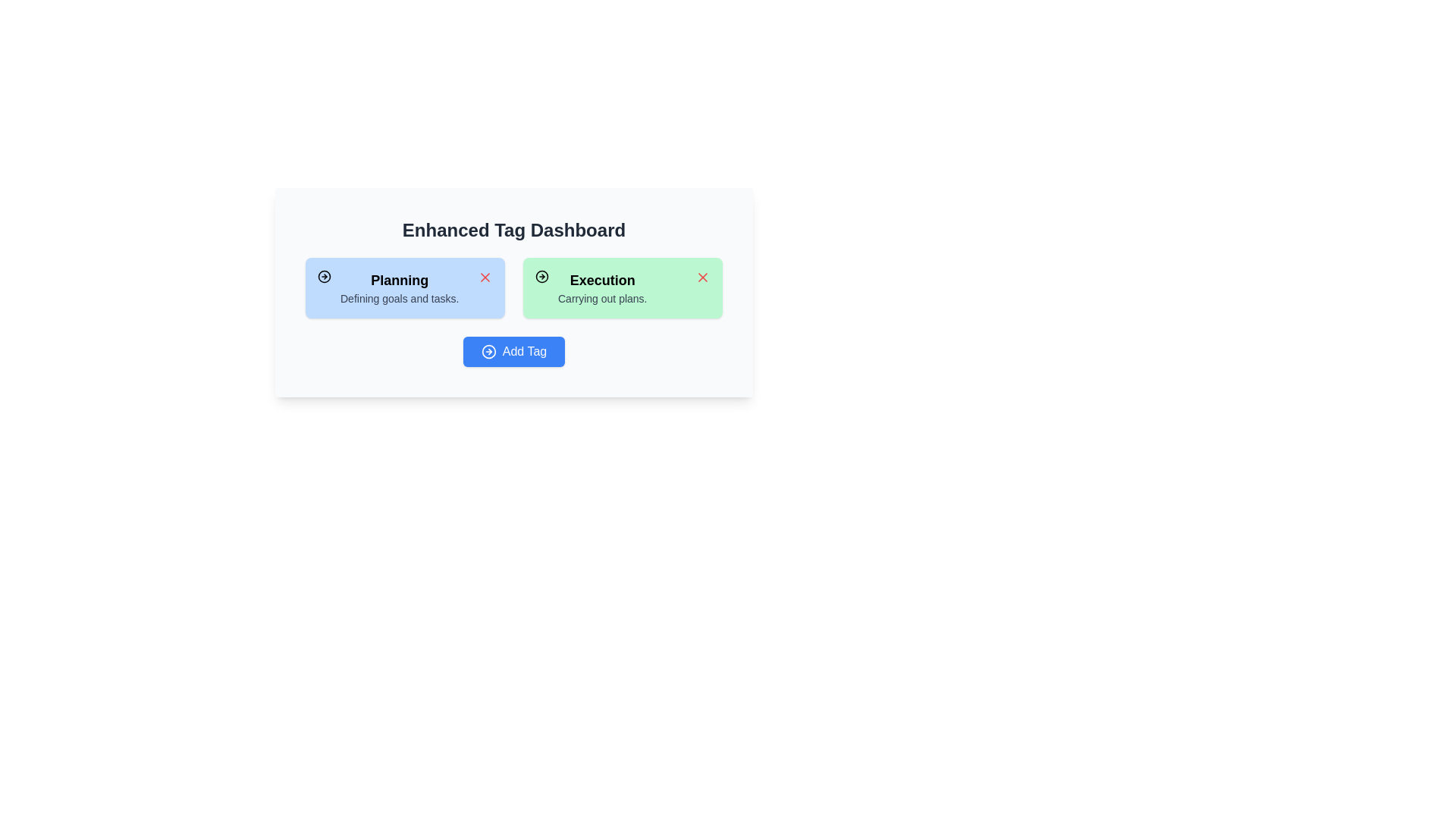  What do you see at coordinates (323, 277) in the screenshot?
I see `the circular icon with a right-pointing arrow, which has a red-filled background and black border, located to the left of the 'Planning' text label in the blue tag` at bounding box center [323, 277].